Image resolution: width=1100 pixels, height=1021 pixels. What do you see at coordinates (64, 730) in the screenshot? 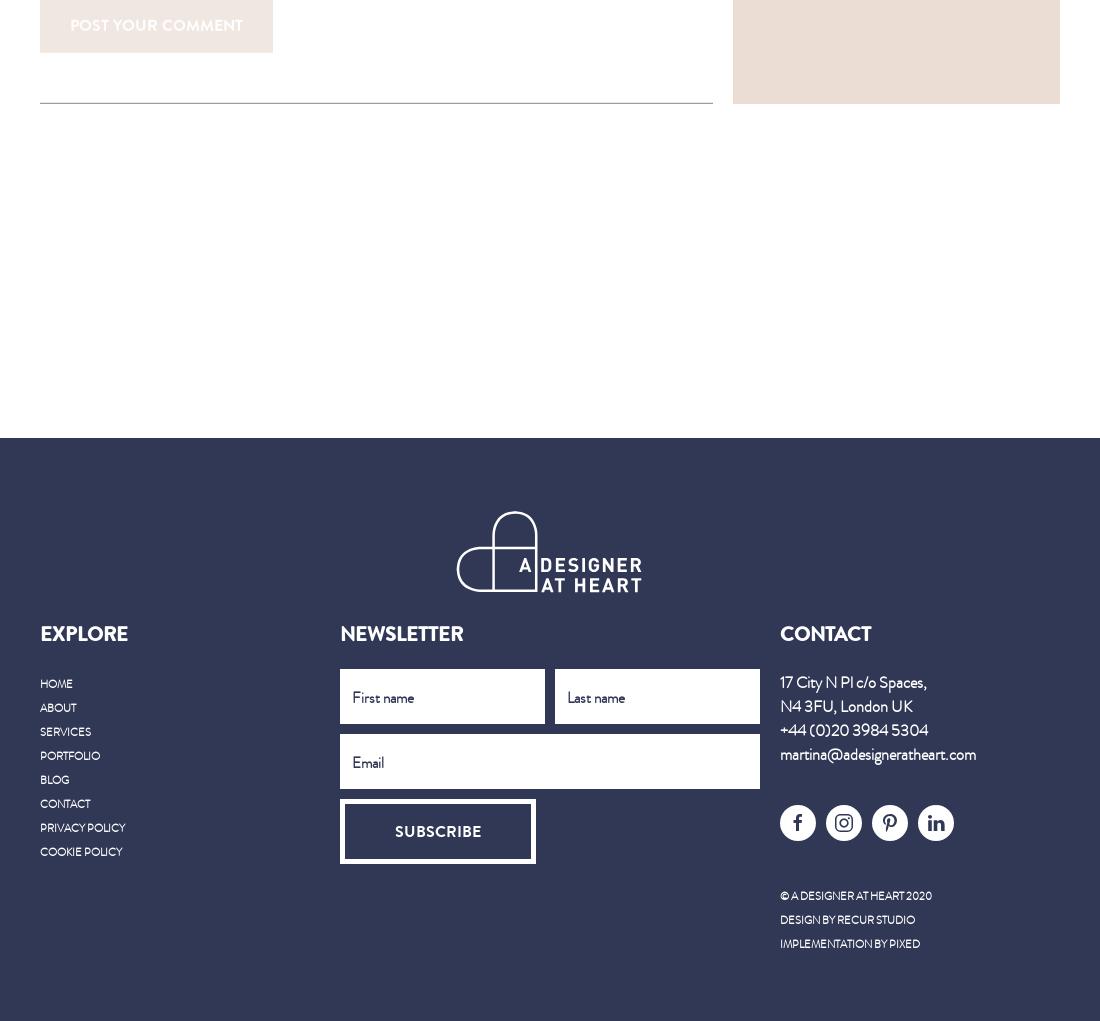
I see `'SERVICES'` at bounding box center [64, 730].